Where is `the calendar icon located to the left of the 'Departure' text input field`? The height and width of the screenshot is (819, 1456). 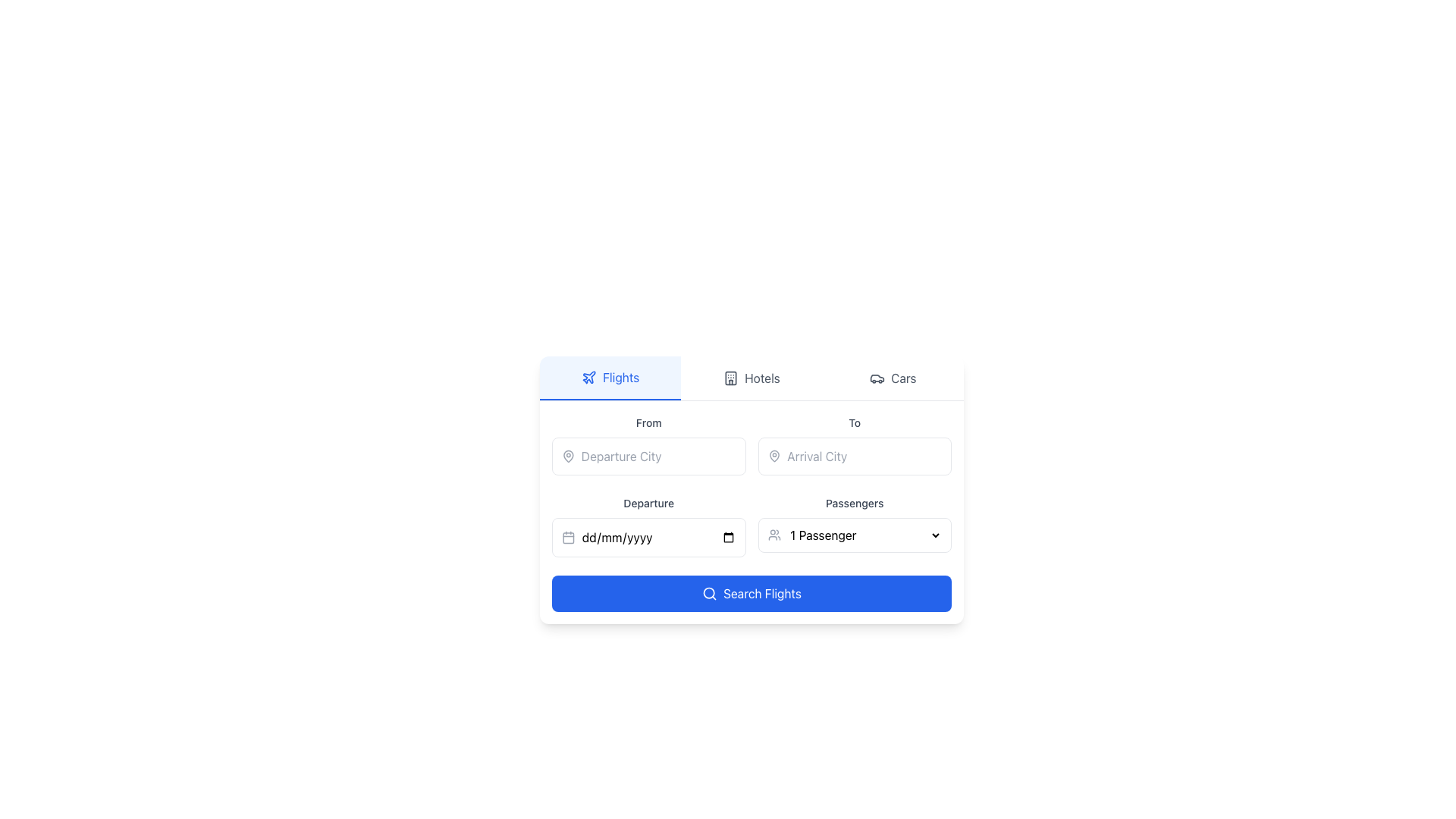
the calendar icon located to the left of the 'Departure' text input field is located at coordinates (567, 537).